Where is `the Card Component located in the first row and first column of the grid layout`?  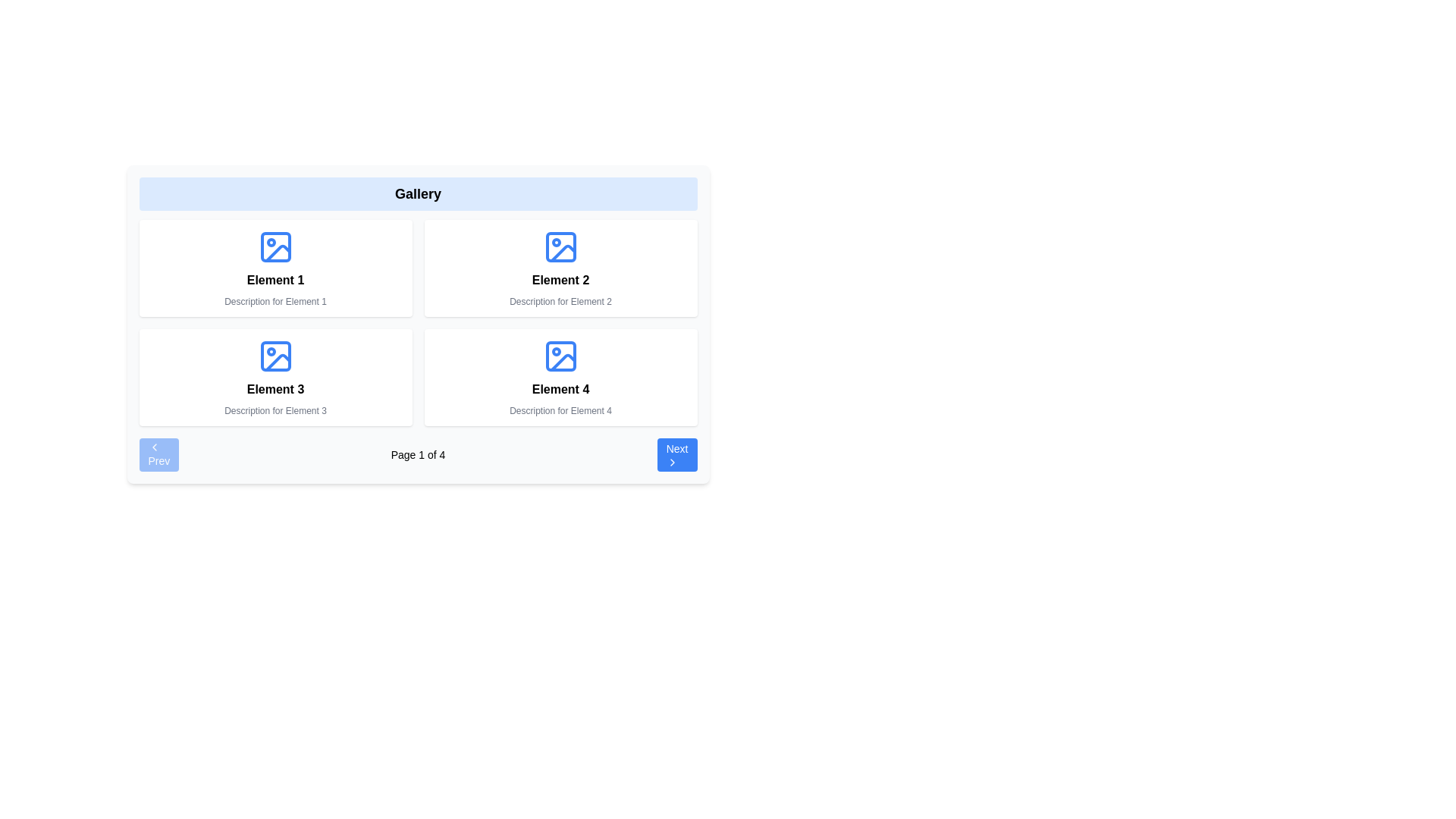 the Card Component located in the first row and first column of the grid layout is located at coordinates (275, 268).